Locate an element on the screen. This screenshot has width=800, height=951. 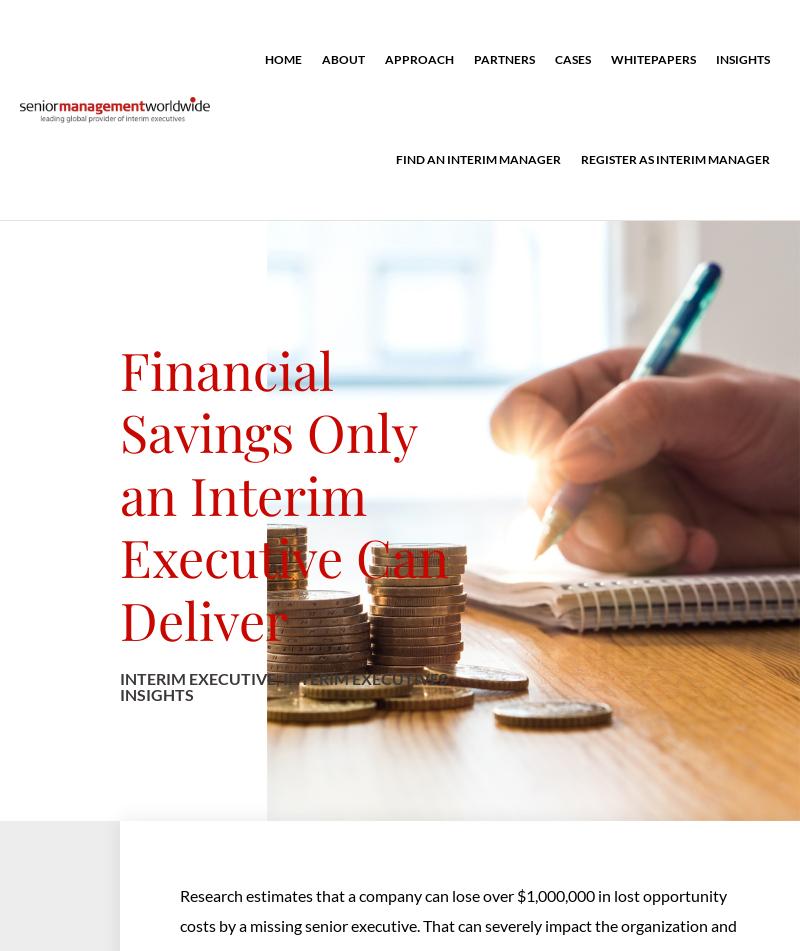
'Partners' is located at coordinates (503, 59).